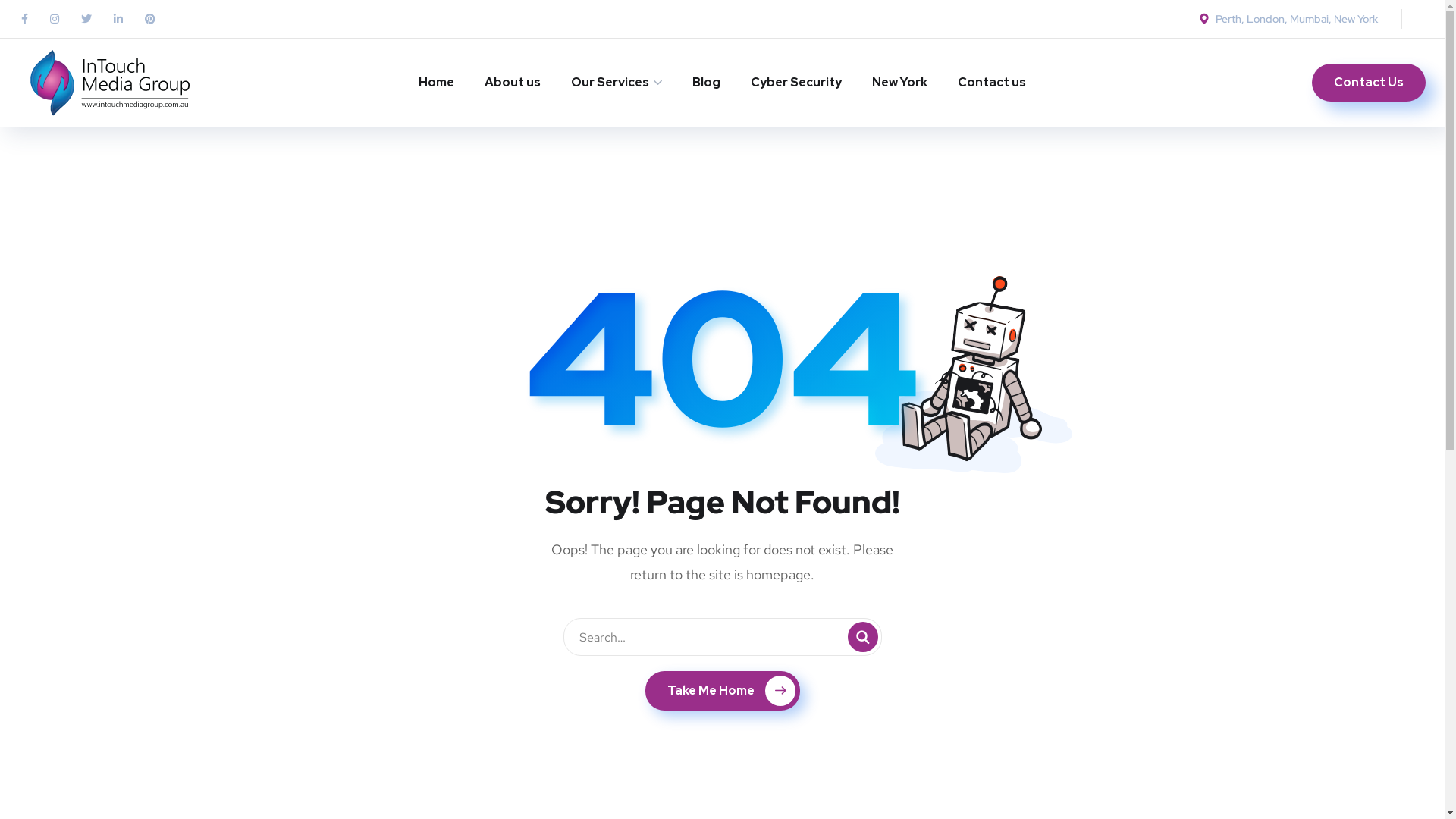 Image resolution: width=1456 pixels, height=819 pixels. I want to click on 'Cyber Security', so click(795, 82).